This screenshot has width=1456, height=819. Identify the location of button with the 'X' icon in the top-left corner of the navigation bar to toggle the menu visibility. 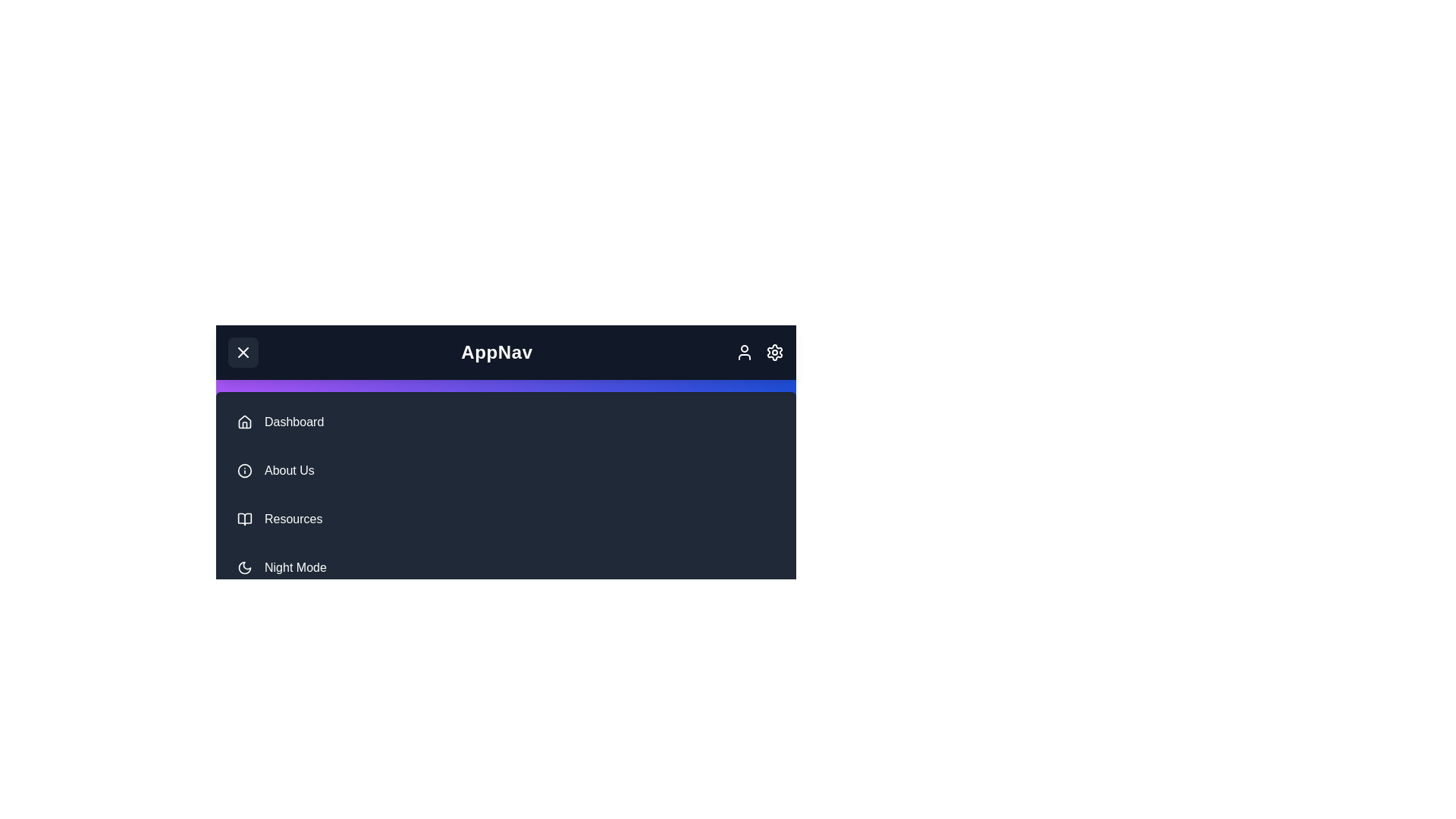
(243, 353).